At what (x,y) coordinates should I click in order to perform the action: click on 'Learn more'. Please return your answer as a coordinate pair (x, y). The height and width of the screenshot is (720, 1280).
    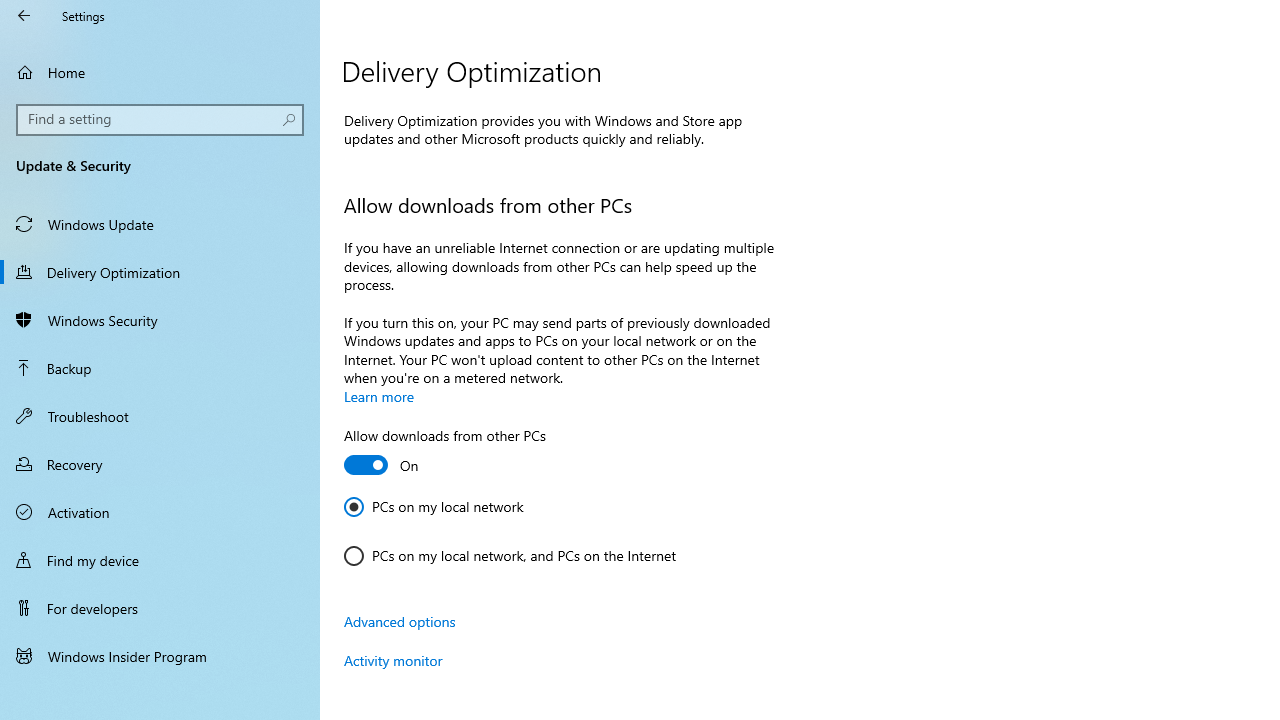
    Looking at the image, I should click on (379, 396).